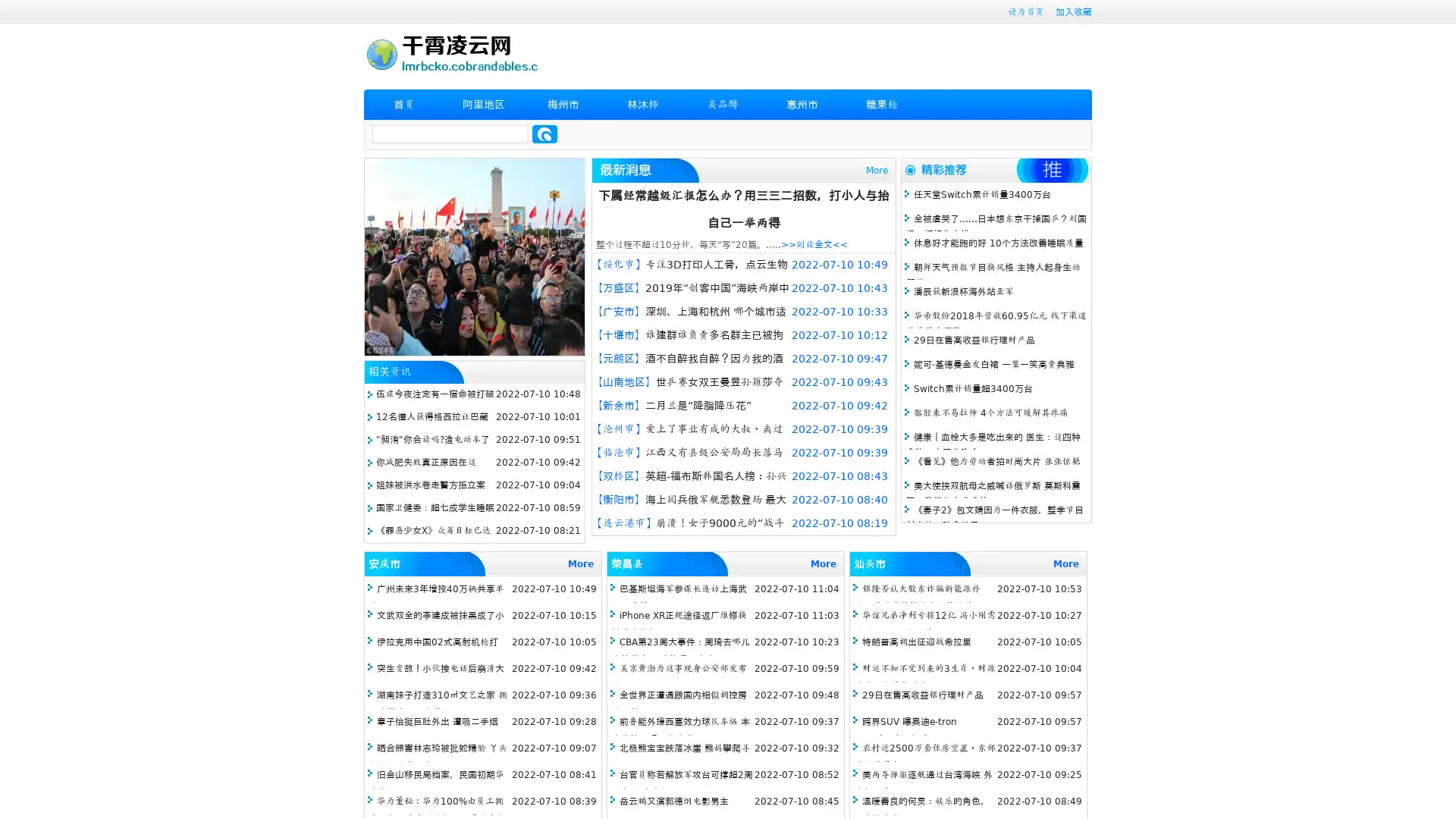 The image size is (1456, 819). I want to click on Search, so click(544, 133).